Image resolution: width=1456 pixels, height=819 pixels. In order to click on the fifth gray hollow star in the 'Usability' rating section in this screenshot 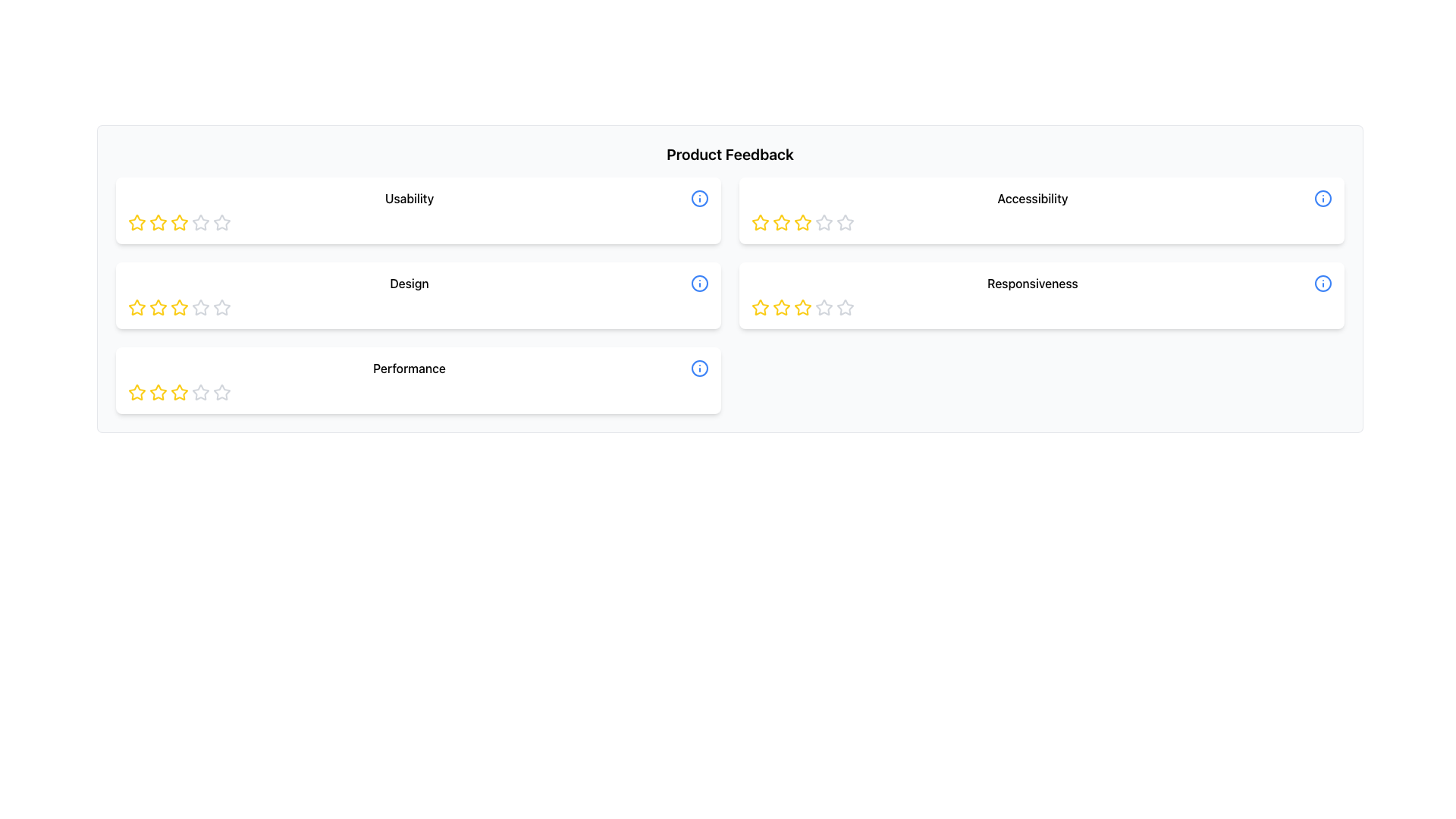, I will do `click(221, 222)`.